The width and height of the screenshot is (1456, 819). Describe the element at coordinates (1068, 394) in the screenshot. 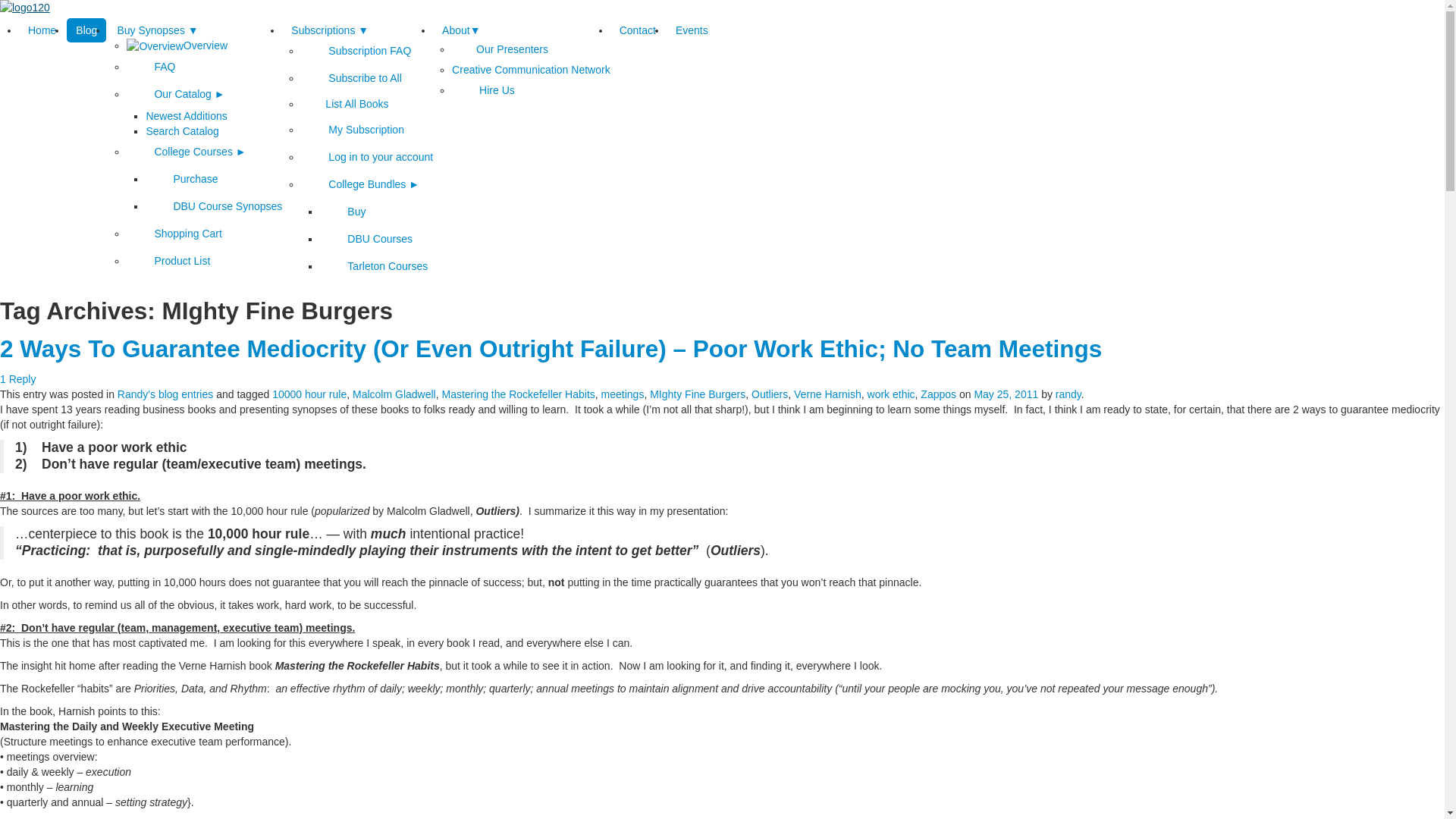

I see `'randy'` at that location.